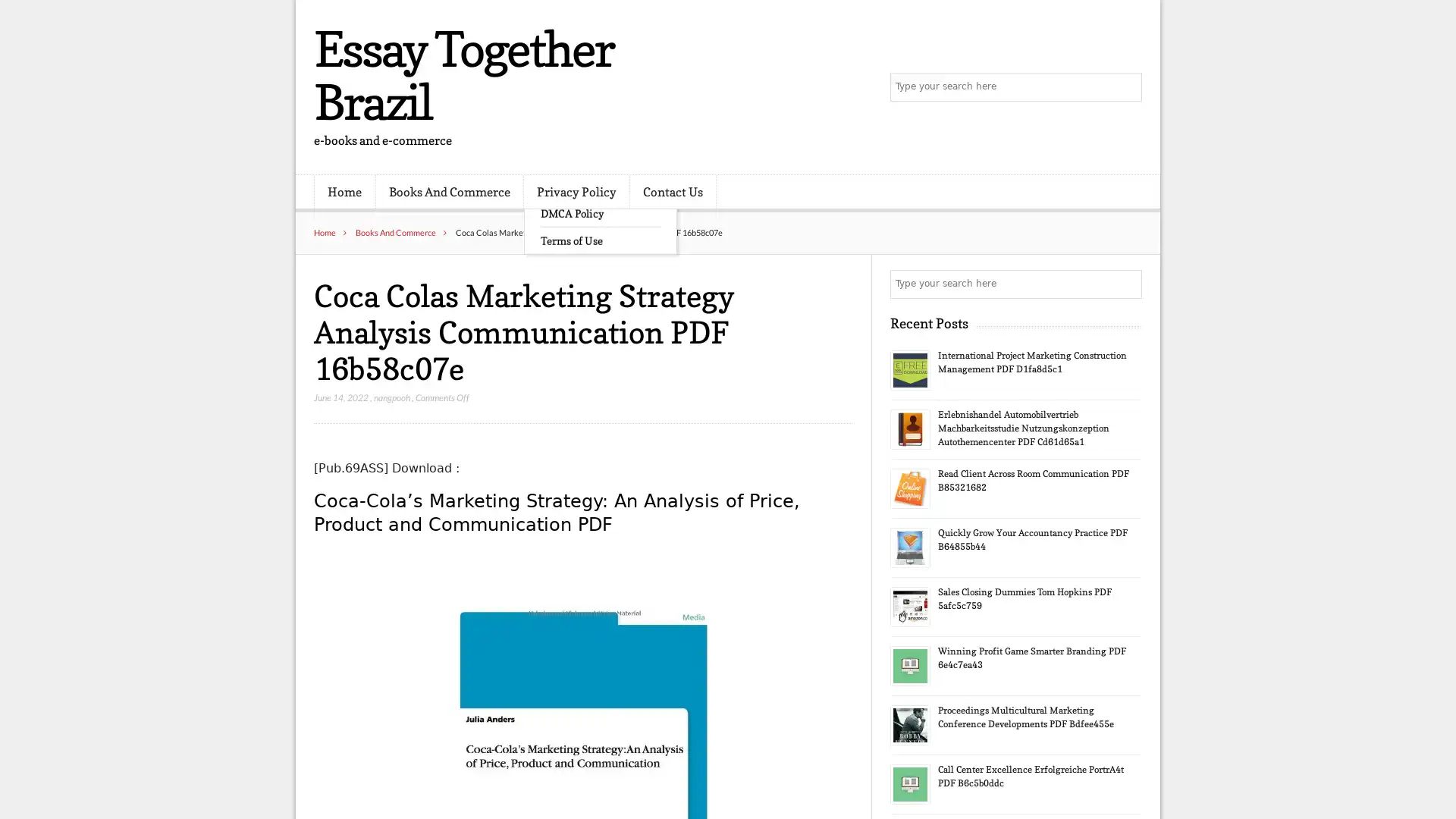 The image size is (1456, 819). What do you see at coordinates (1126, 284) in the screenshot?
I see `Search` at bounding box center [1126, 284].